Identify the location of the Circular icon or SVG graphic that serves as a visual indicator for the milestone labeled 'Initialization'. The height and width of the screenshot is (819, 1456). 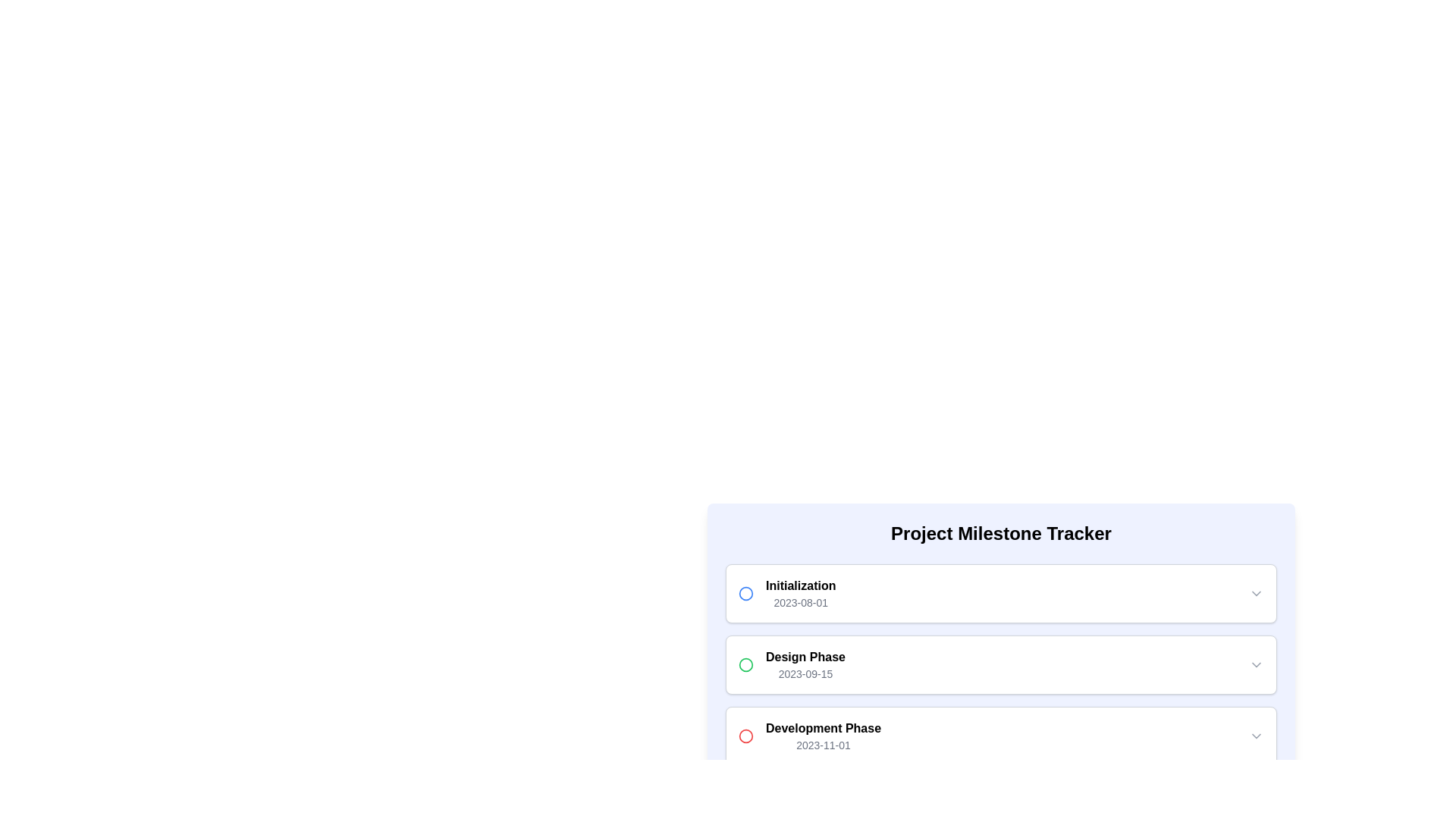
(745, 593).